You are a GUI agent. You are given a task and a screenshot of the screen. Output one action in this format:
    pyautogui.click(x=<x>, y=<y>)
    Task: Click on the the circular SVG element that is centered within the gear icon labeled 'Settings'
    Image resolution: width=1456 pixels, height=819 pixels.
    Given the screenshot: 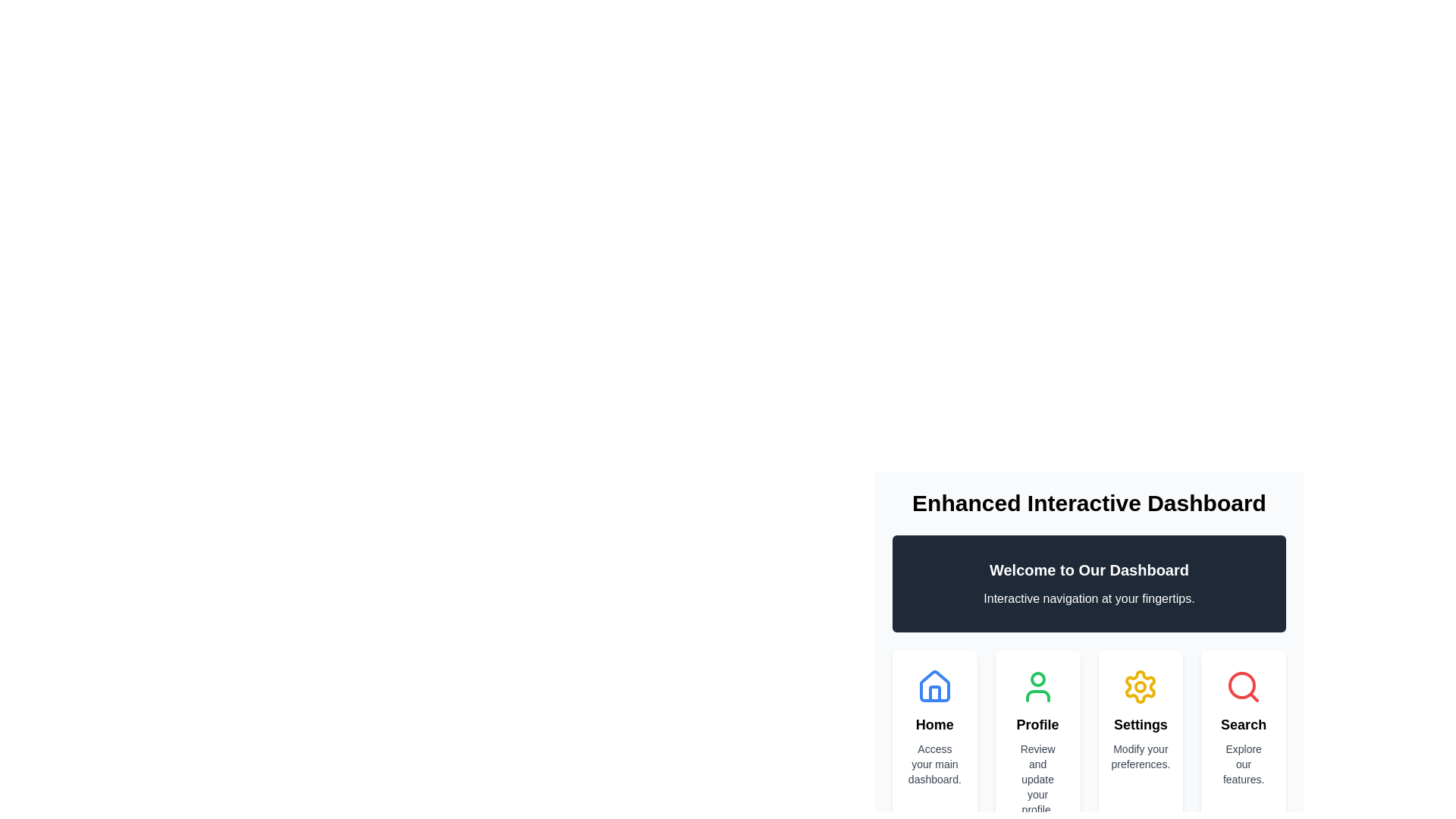 What is the action you would take?
    pyautogui.click(x=1141, y=687)
    